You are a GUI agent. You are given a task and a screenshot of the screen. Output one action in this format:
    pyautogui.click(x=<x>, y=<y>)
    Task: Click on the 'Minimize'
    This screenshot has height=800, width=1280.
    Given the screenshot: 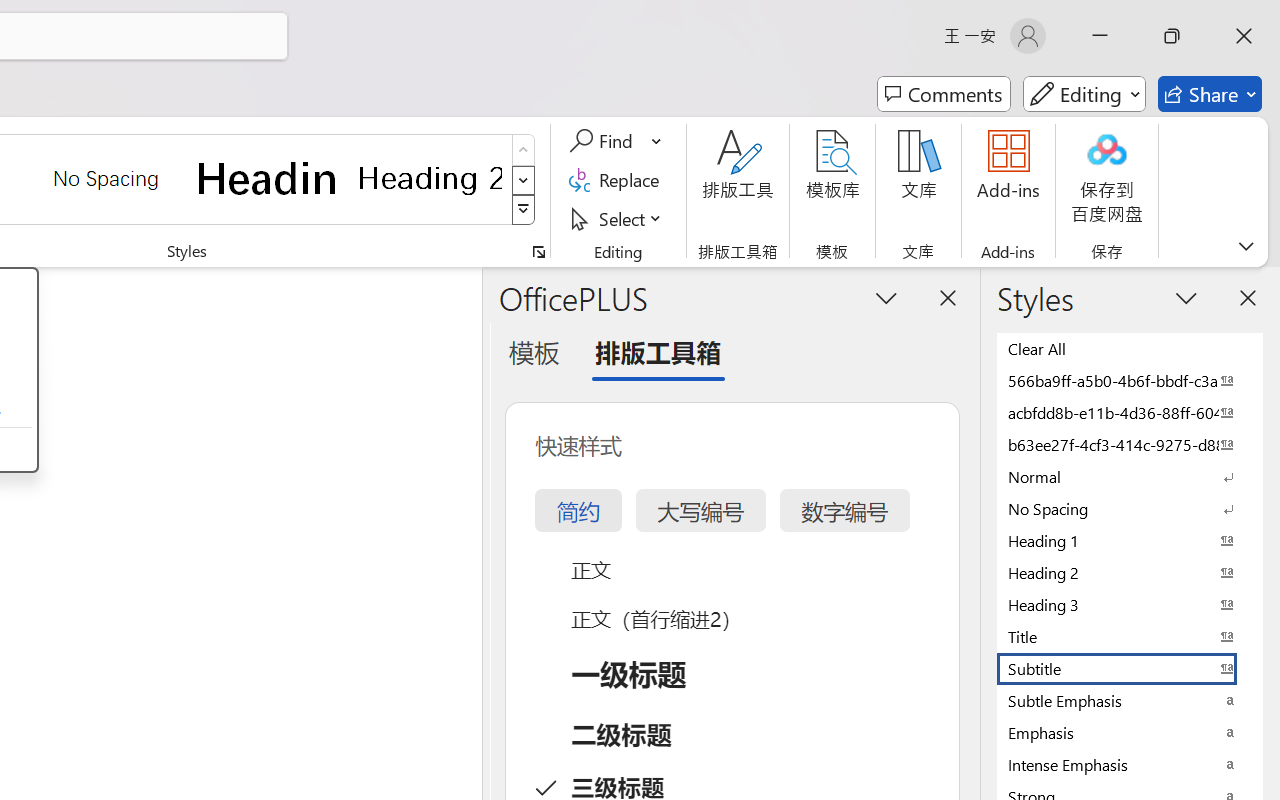 What is the action you would take?
    pyautogui.click(x=1099, y=35)
    